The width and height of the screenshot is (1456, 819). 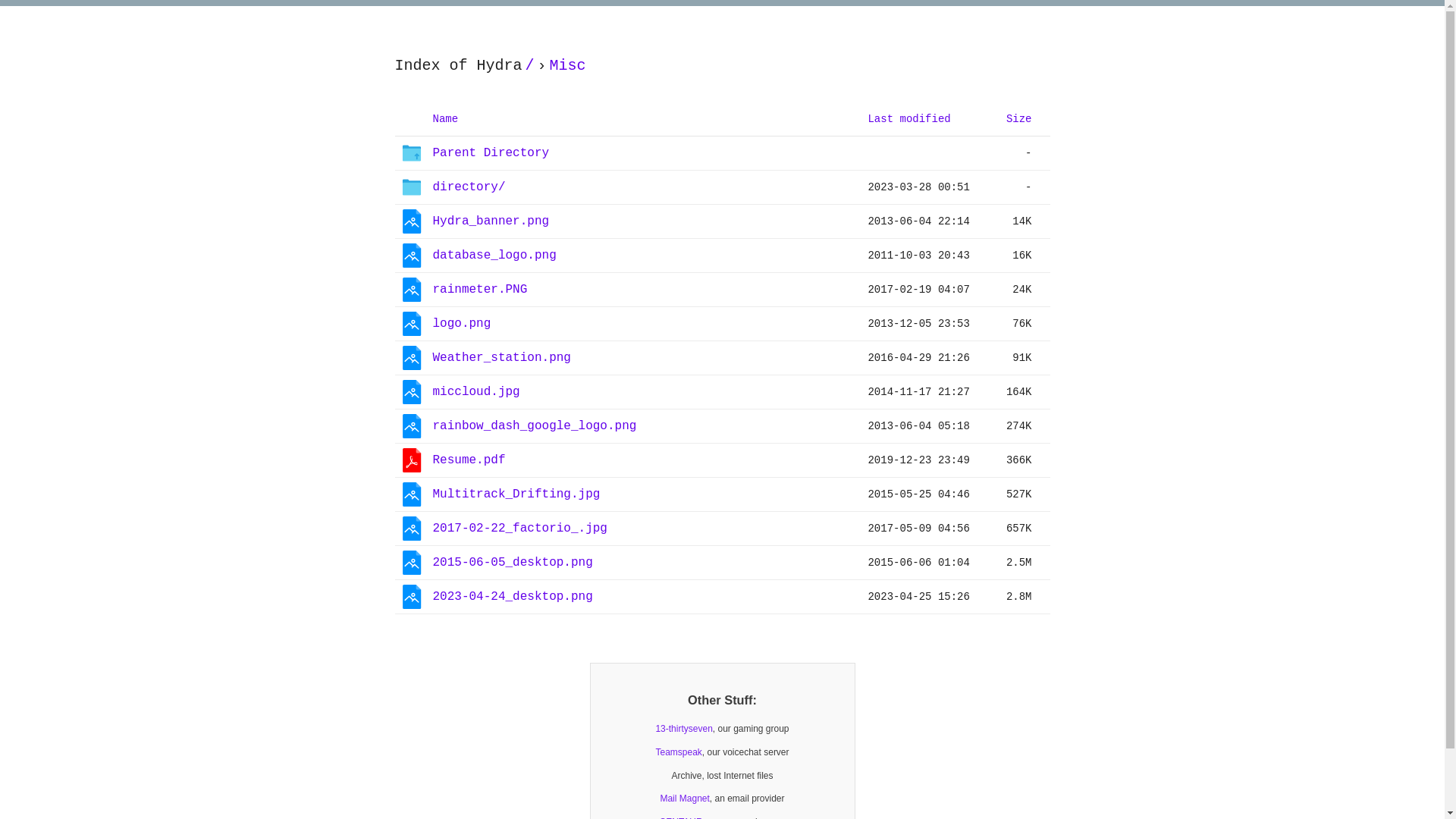 What do you see at coordinates (468, 187) in the screenshot?
I see `'directory/'` at bounding box center [468, 187].